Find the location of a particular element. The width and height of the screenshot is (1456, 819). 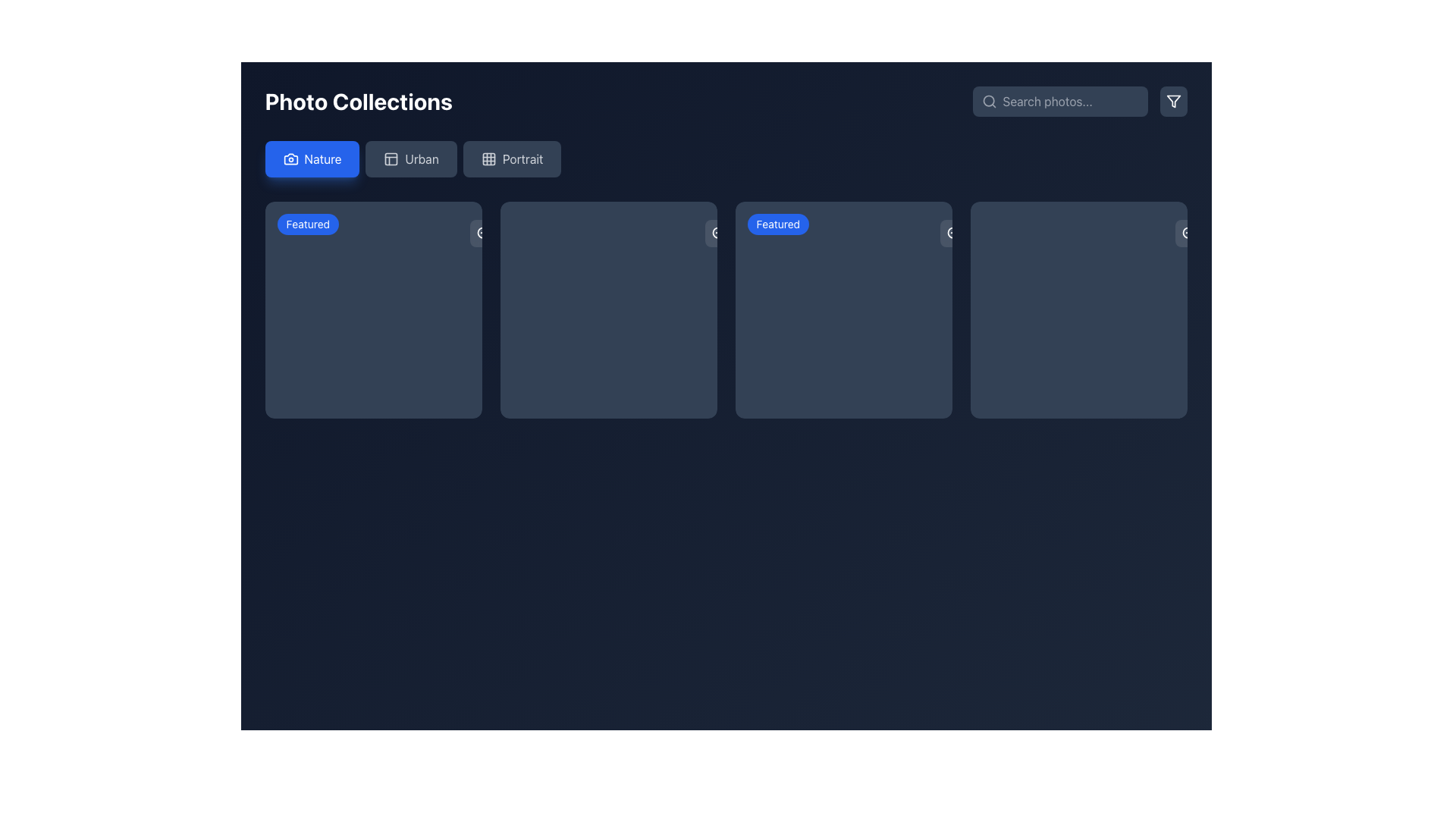

the blue rectangular badge labeled 'Featured' in the top-right corner of the second photo card from the left is located at coordinates (759, 231).